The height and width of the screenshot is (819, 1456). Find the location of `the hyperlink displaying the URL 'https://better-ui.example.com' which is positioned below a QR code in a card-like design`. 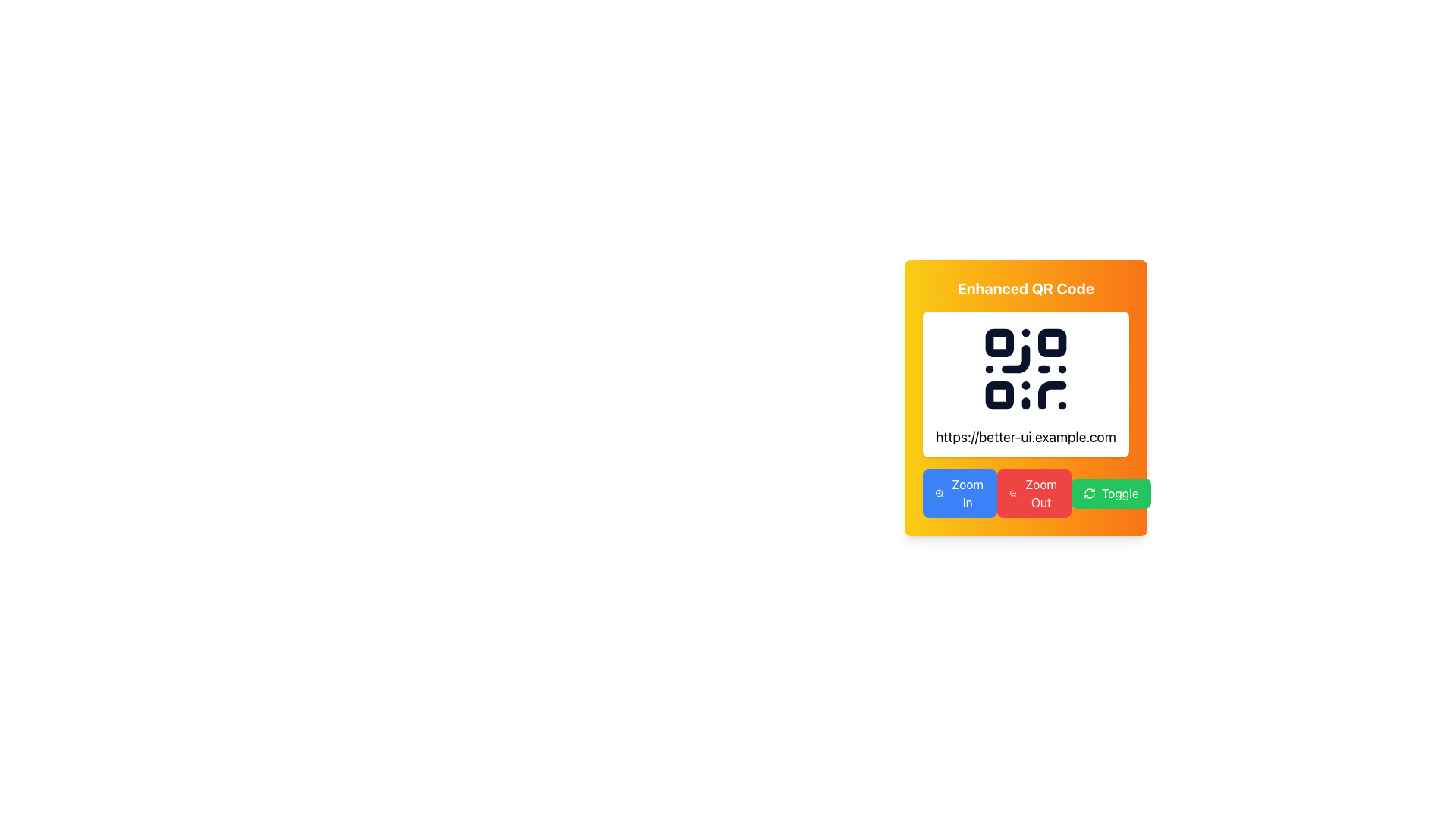

the hyperlink displaying the URL 'https://better-ui.example.com' which is positioned below a QR code in a card-like design is located at coordinates (1026, 438).